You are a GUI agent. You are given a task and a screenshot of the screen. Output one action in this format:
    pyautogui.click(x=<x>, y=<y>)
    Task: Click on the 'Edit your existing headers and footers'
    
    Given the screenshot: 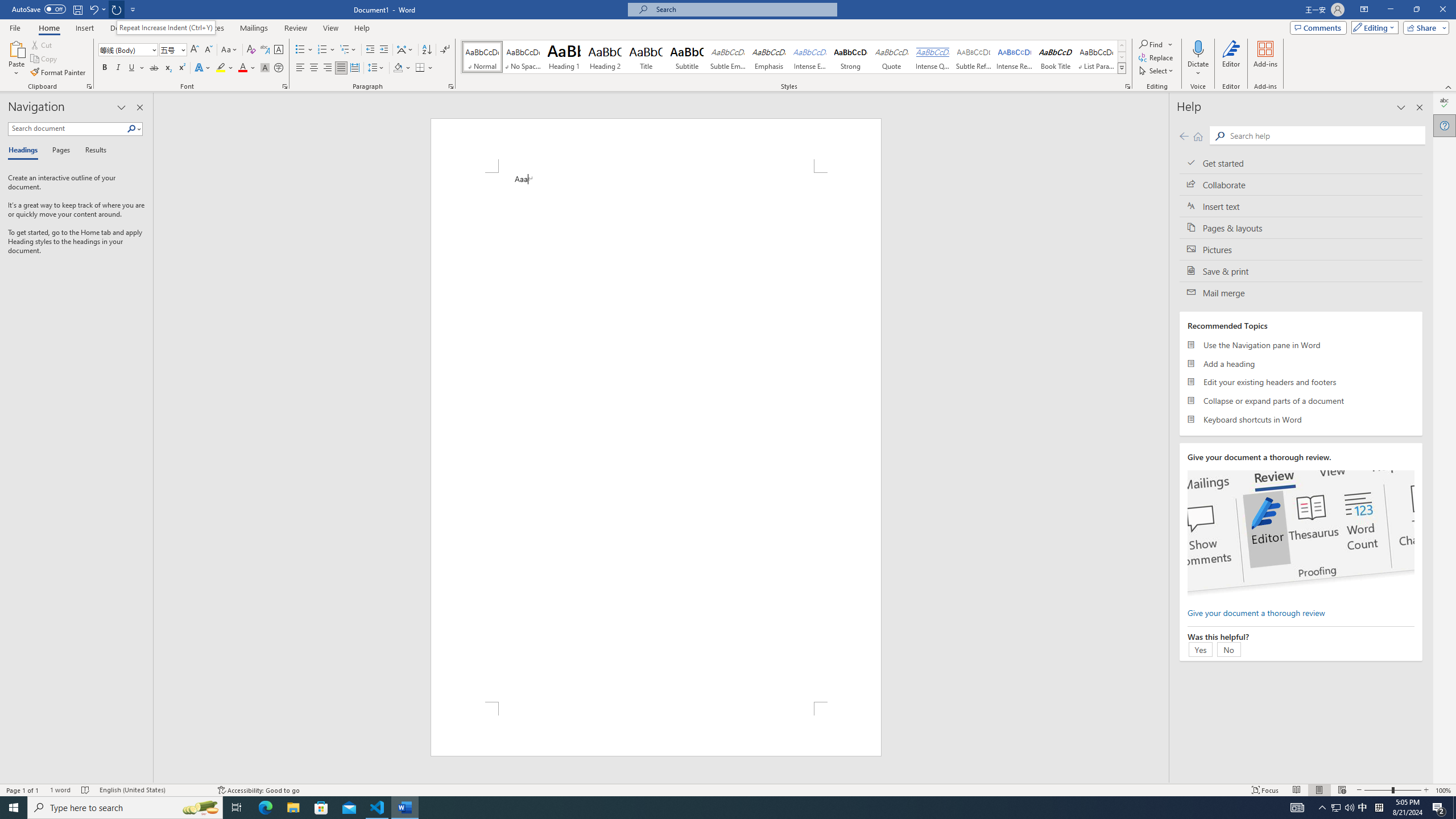 What is the action you would take?
    pyautogui.click(x=1300, y=381)
    